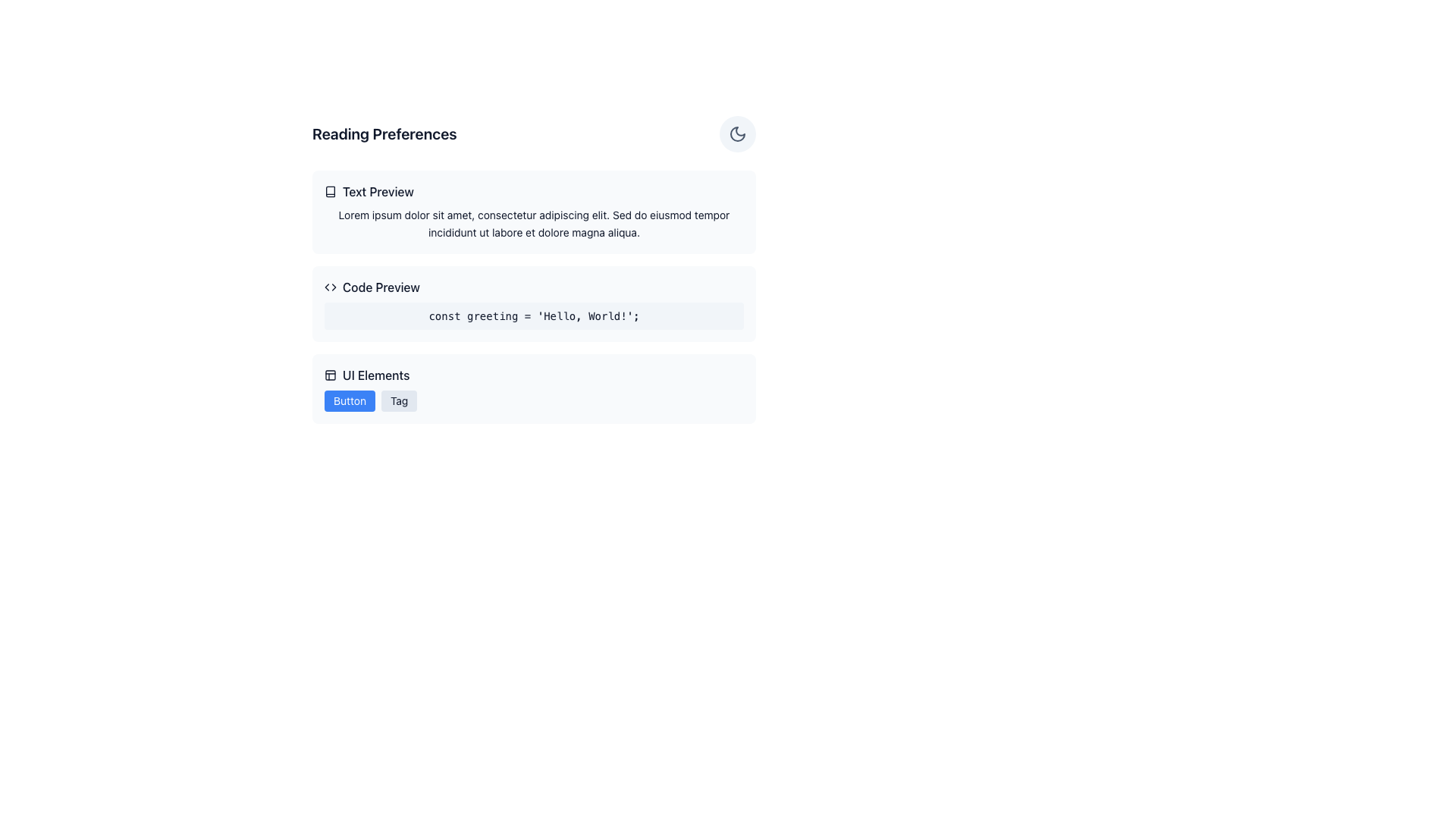  Describe the element at coordinates (349, 400) in the screenshot. I see `the general-purpose button located in the bottom-right corner of the 'UI Elements' panel to observe styling changes` at that location.